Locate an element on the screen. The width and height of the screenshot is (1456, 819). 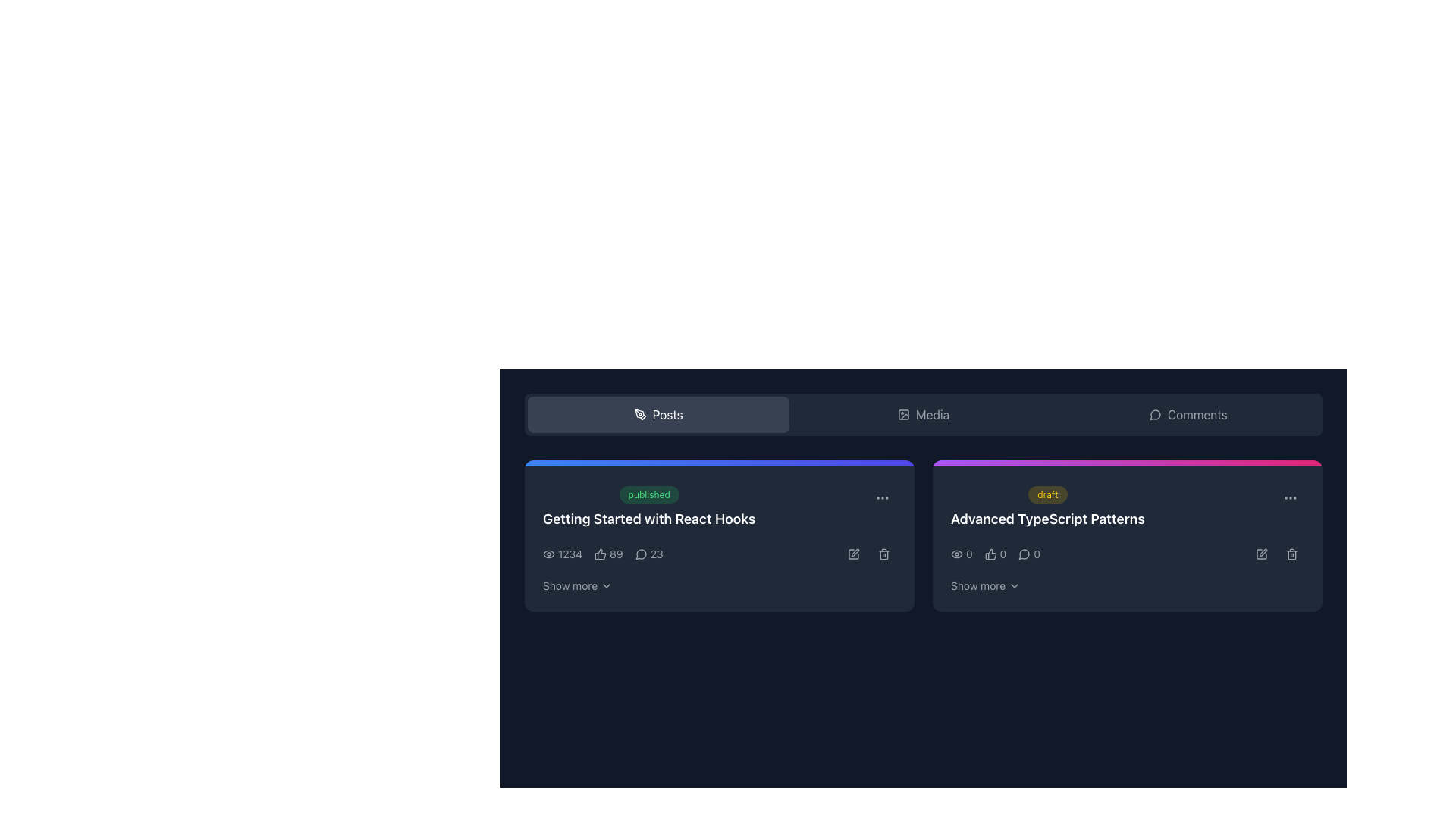
the small, gray, outlined eye icon located on the left-most side of the row containing the numbers '1234', which is part of the post statistics interface is located at coordinates (548, 554).